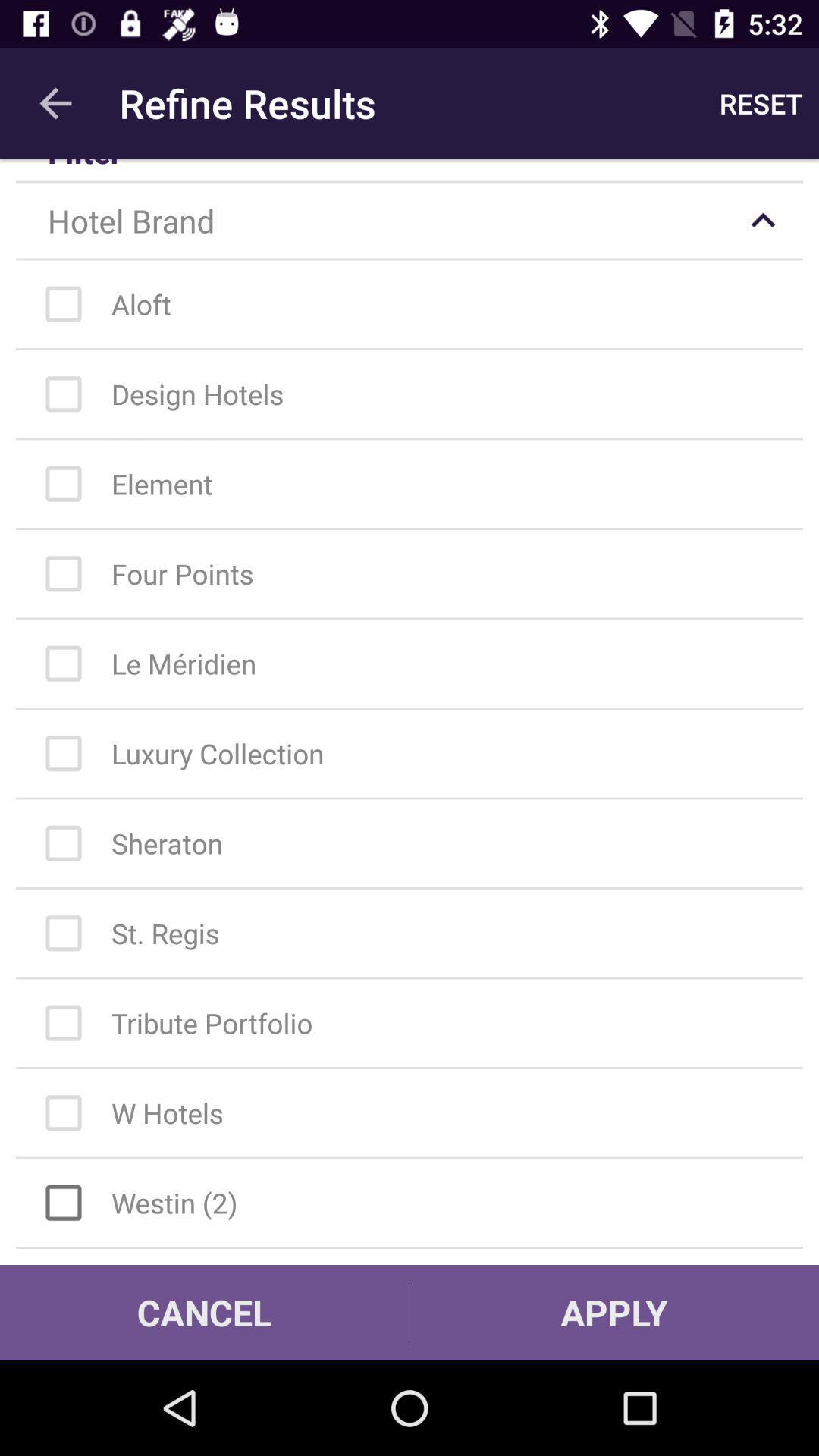 The image size is (819, 1456). I want to click on w hotels, so click(417, 1113).